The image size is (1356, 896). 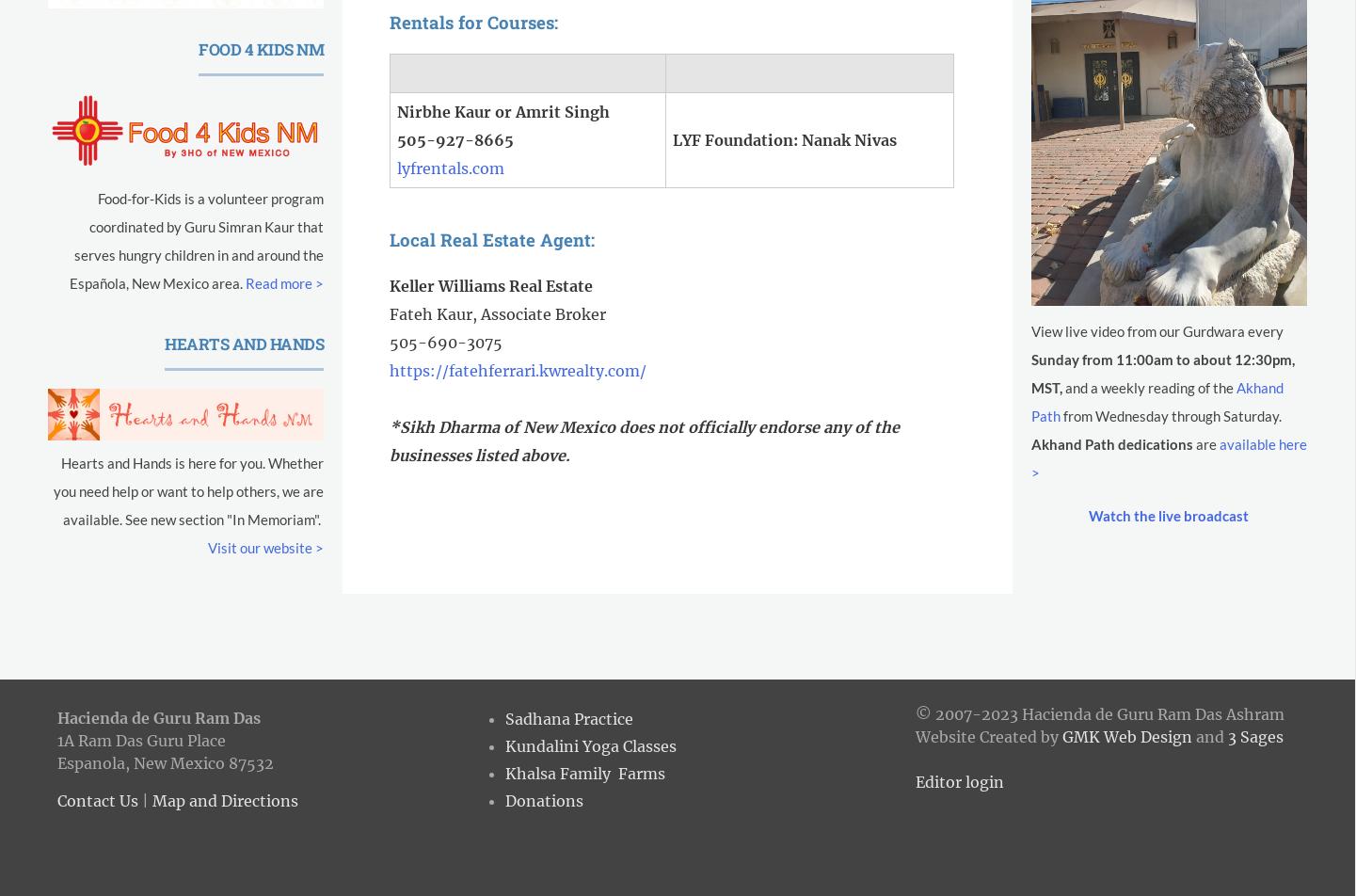 What do you see at coordinates (1156, 330) in the screenshot?
I see `'View live video from our Gurdwara every'` at bounding box center [1156, 330].